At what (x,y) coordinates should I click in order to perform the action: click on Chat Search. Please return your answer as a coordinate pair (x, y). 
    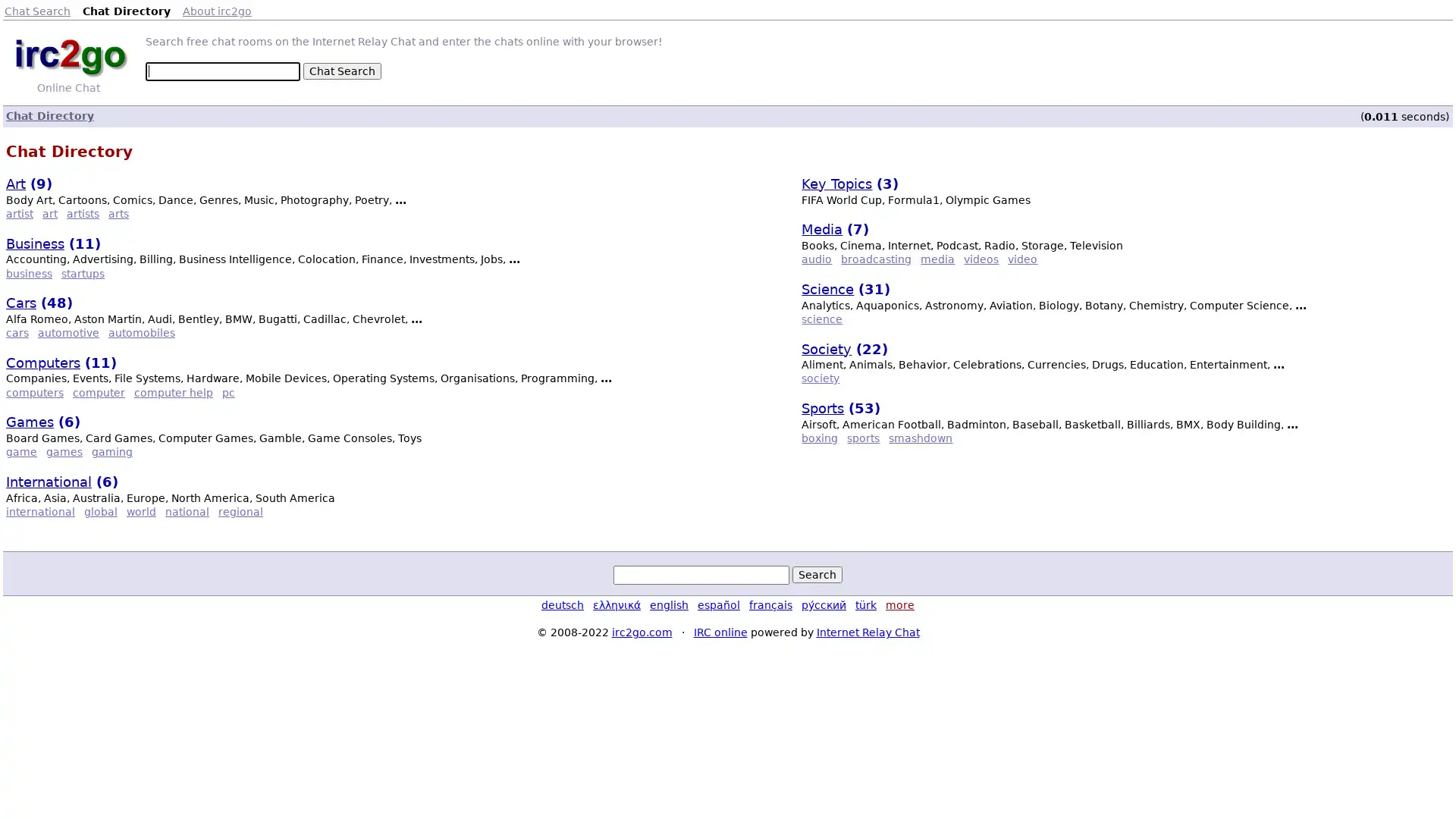
    Looking at the image, I should click on (341, 71).